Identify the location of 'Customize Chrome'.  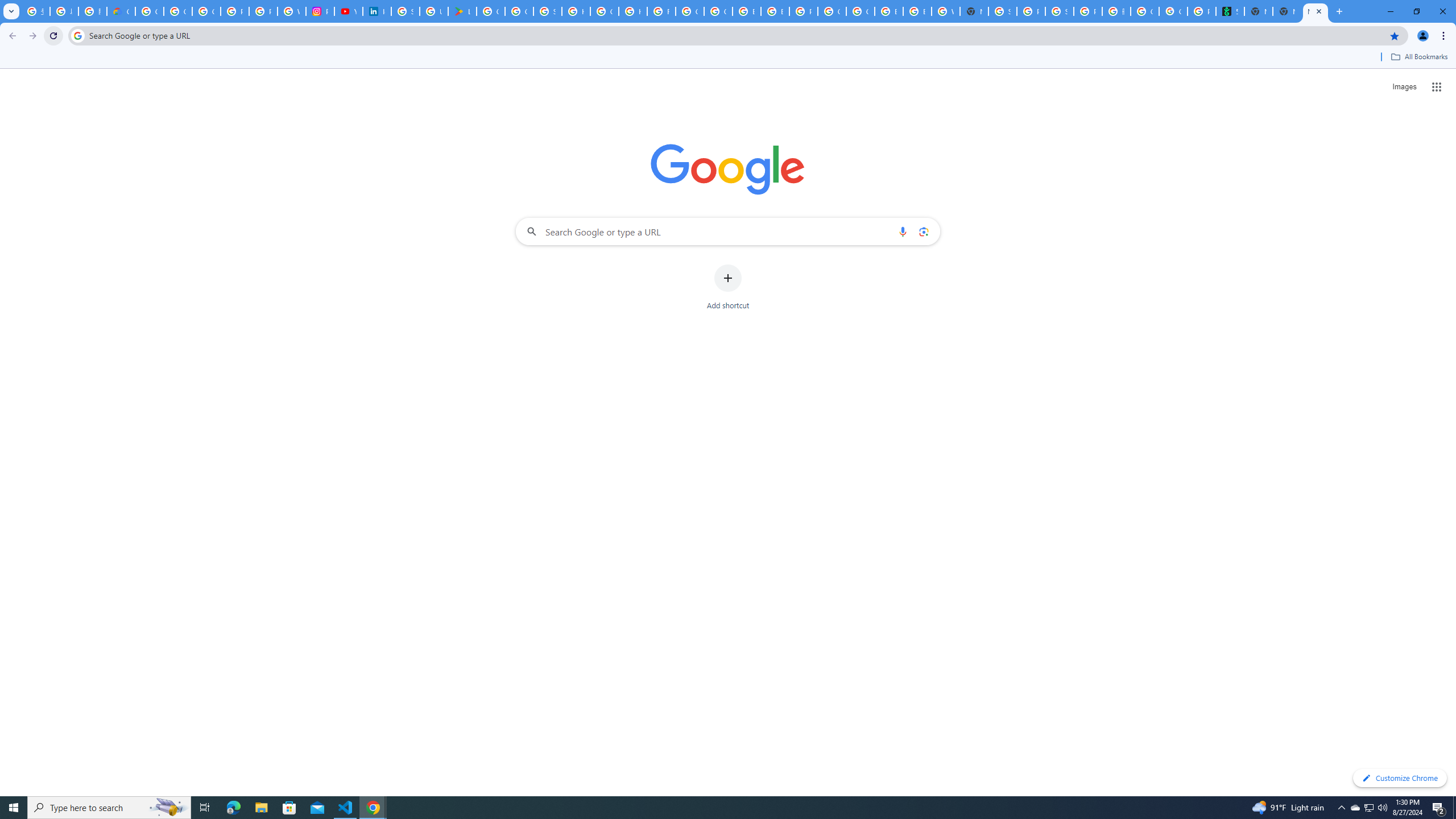
(1400, 777).